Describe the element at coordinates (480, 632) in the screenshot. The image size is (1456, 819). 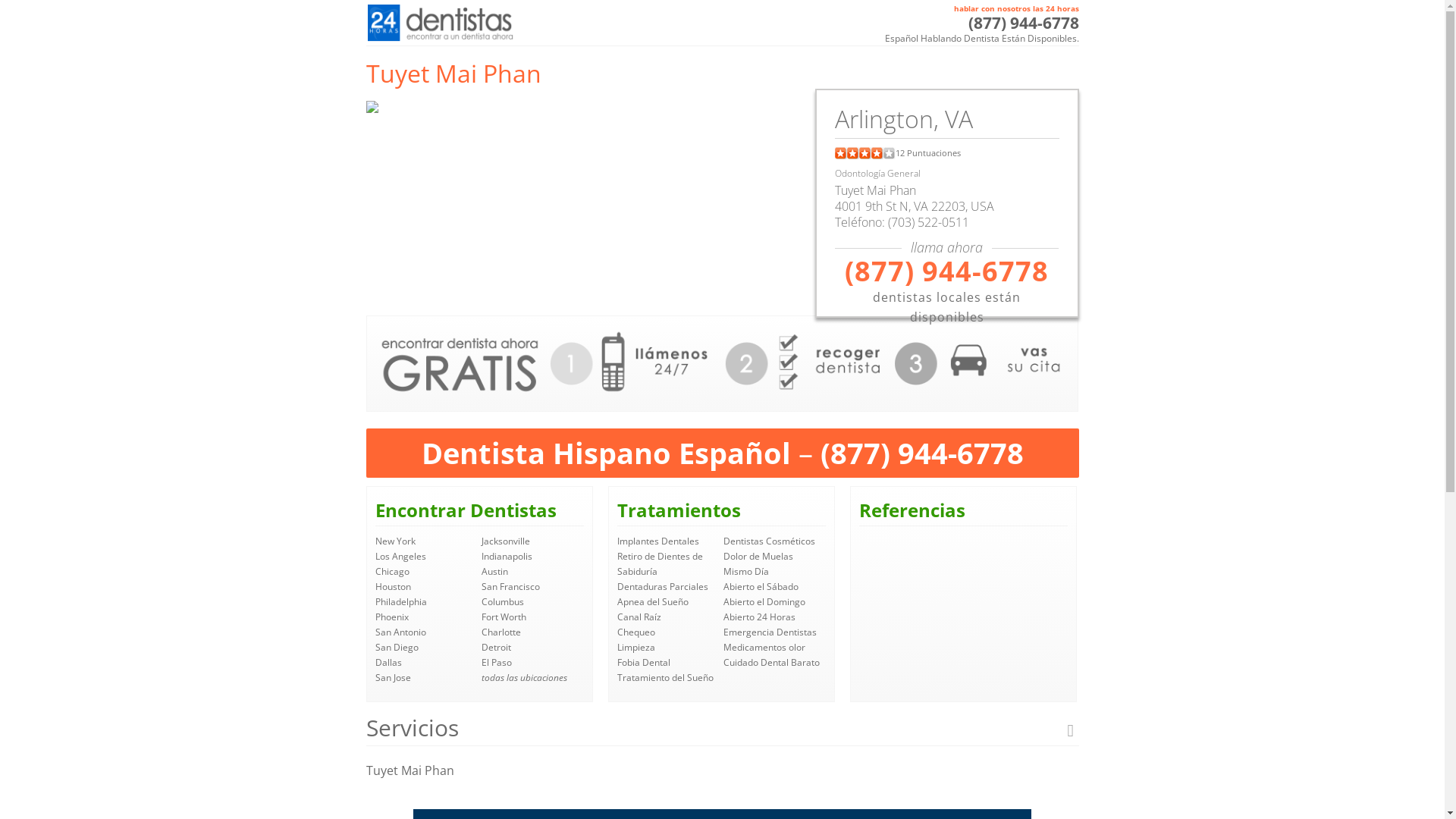
I see `'Charlotte'` at that location.